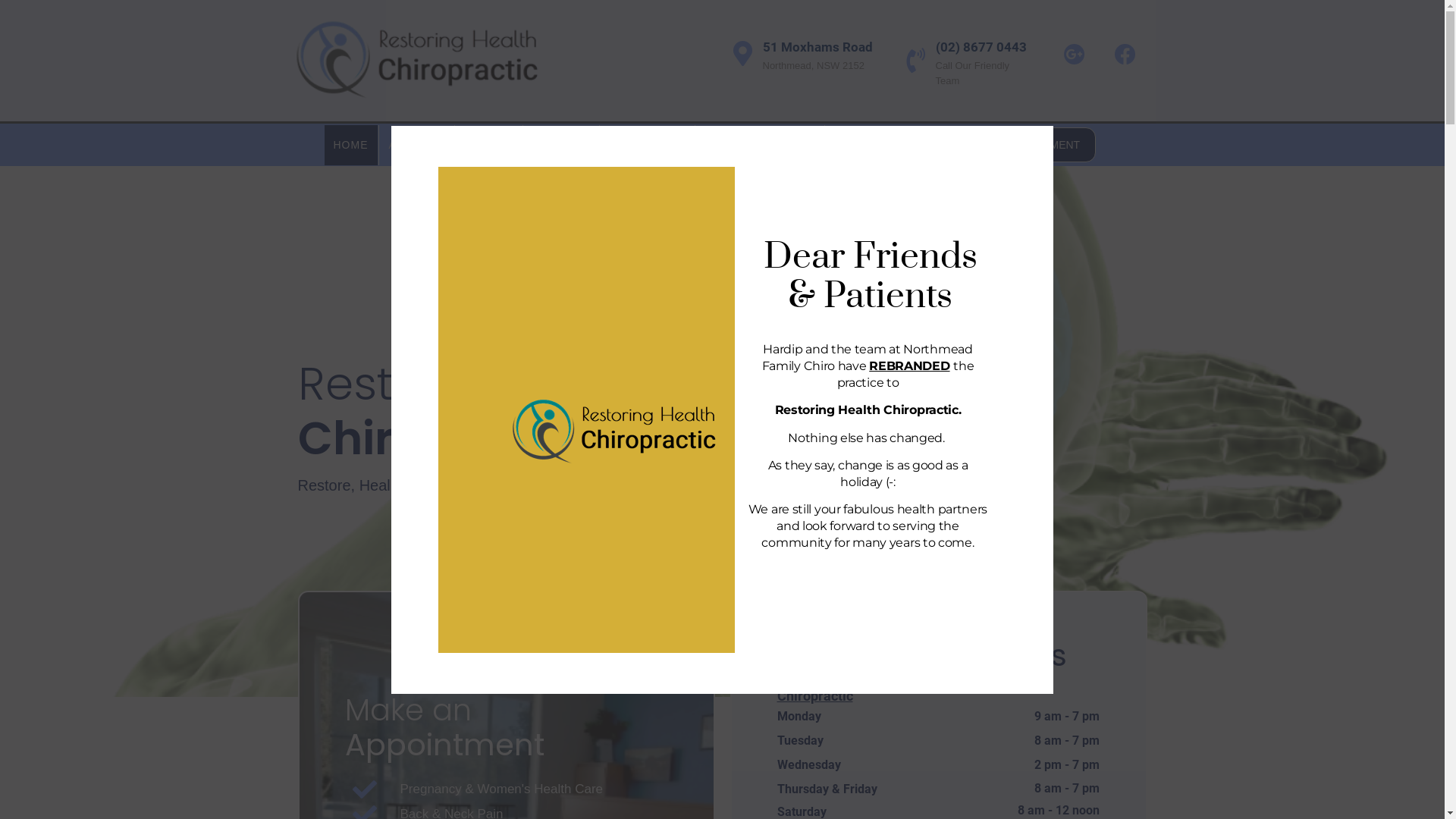 This screenshot has width=1456, height=819. Describe the element at coordinates (524, 144) in the screenshot. I see `'CAREERS'` at that location.